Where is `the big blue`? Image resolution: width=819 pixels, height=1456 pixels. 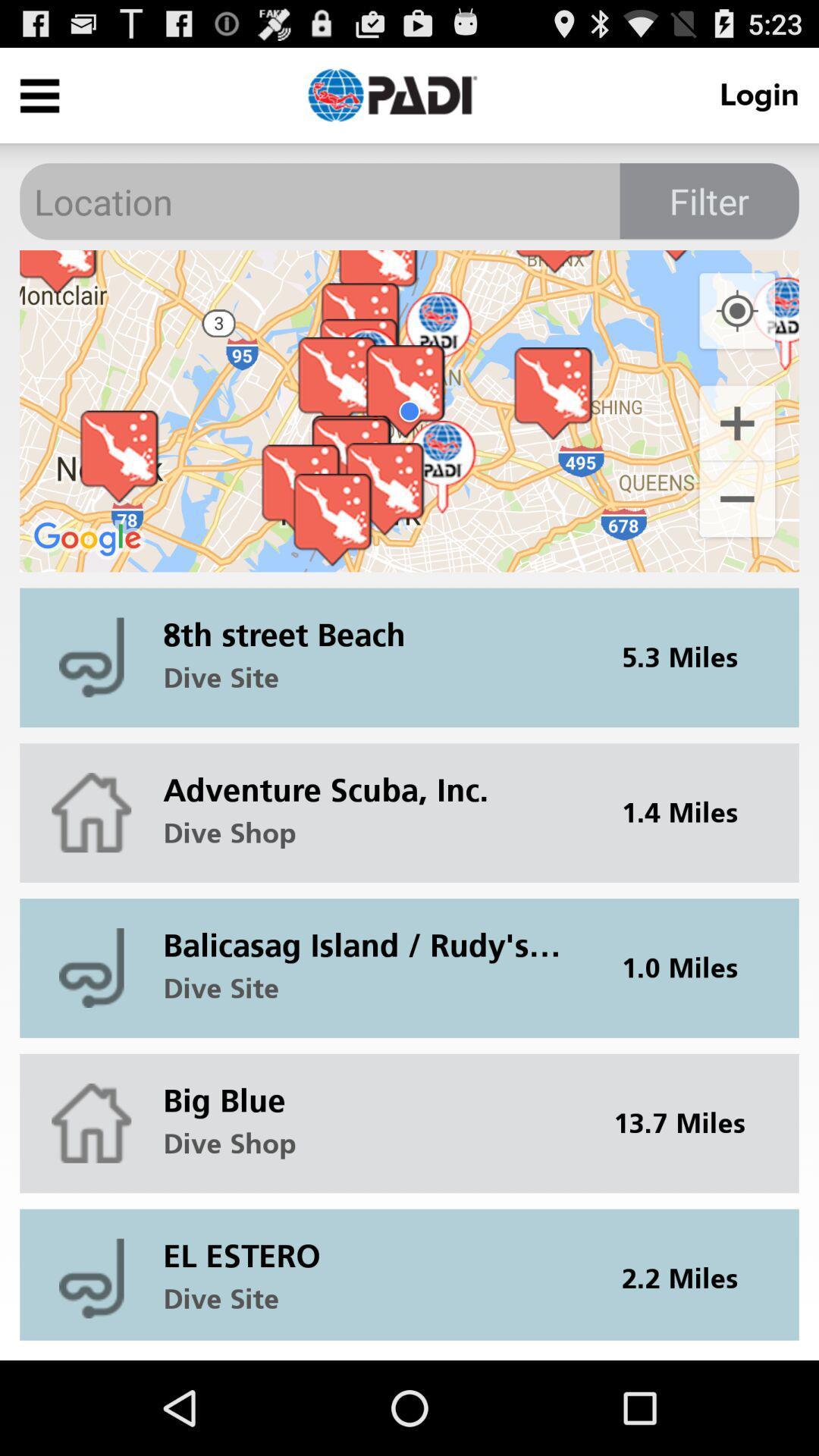
the big blue is located at coordinates (372, 1087).